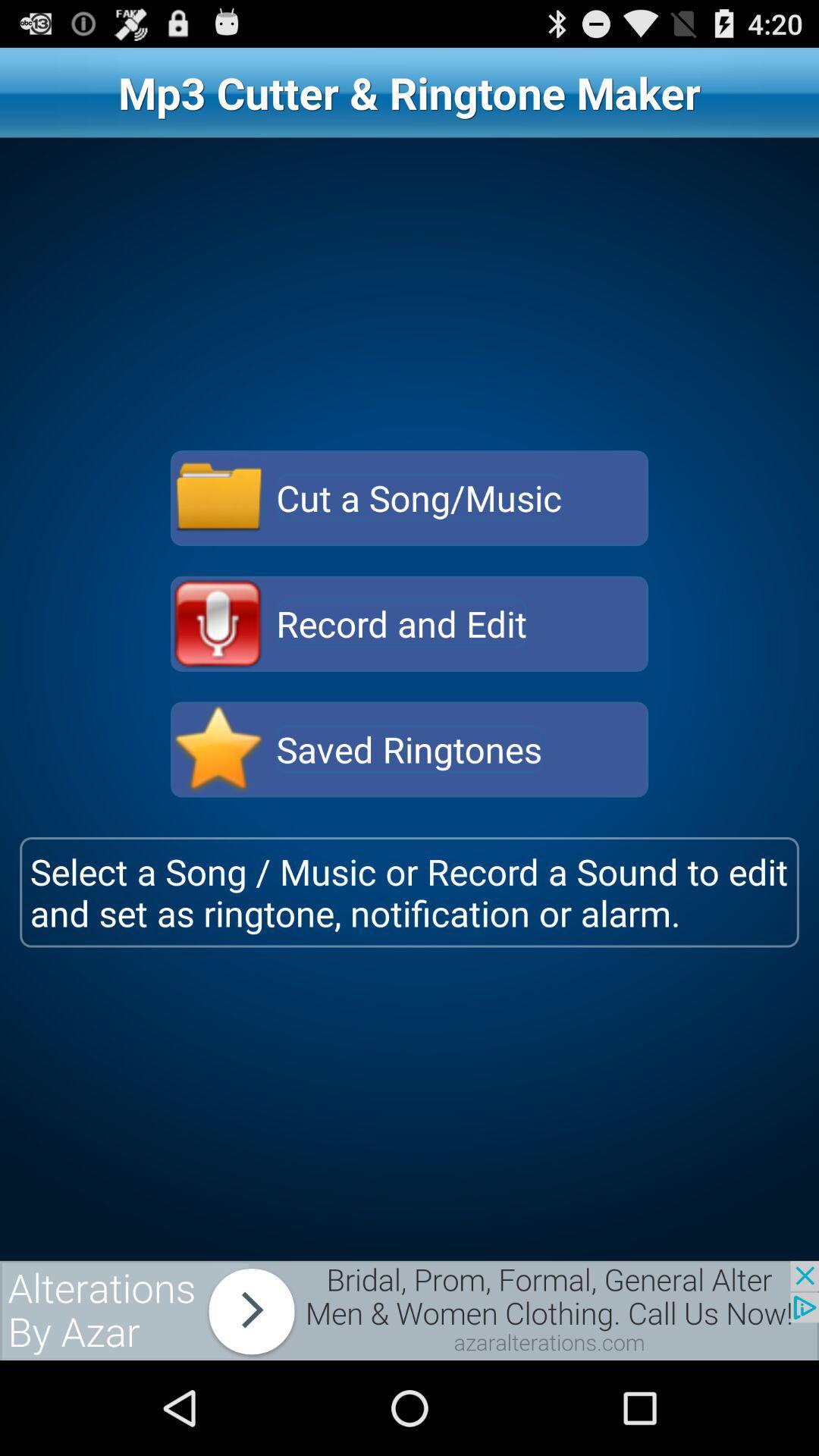 The width and height of the screenshot is (819, 1456). Describe the element at coordinates (218, 623) in the screenshot. I see `record the thing in question` at that location.